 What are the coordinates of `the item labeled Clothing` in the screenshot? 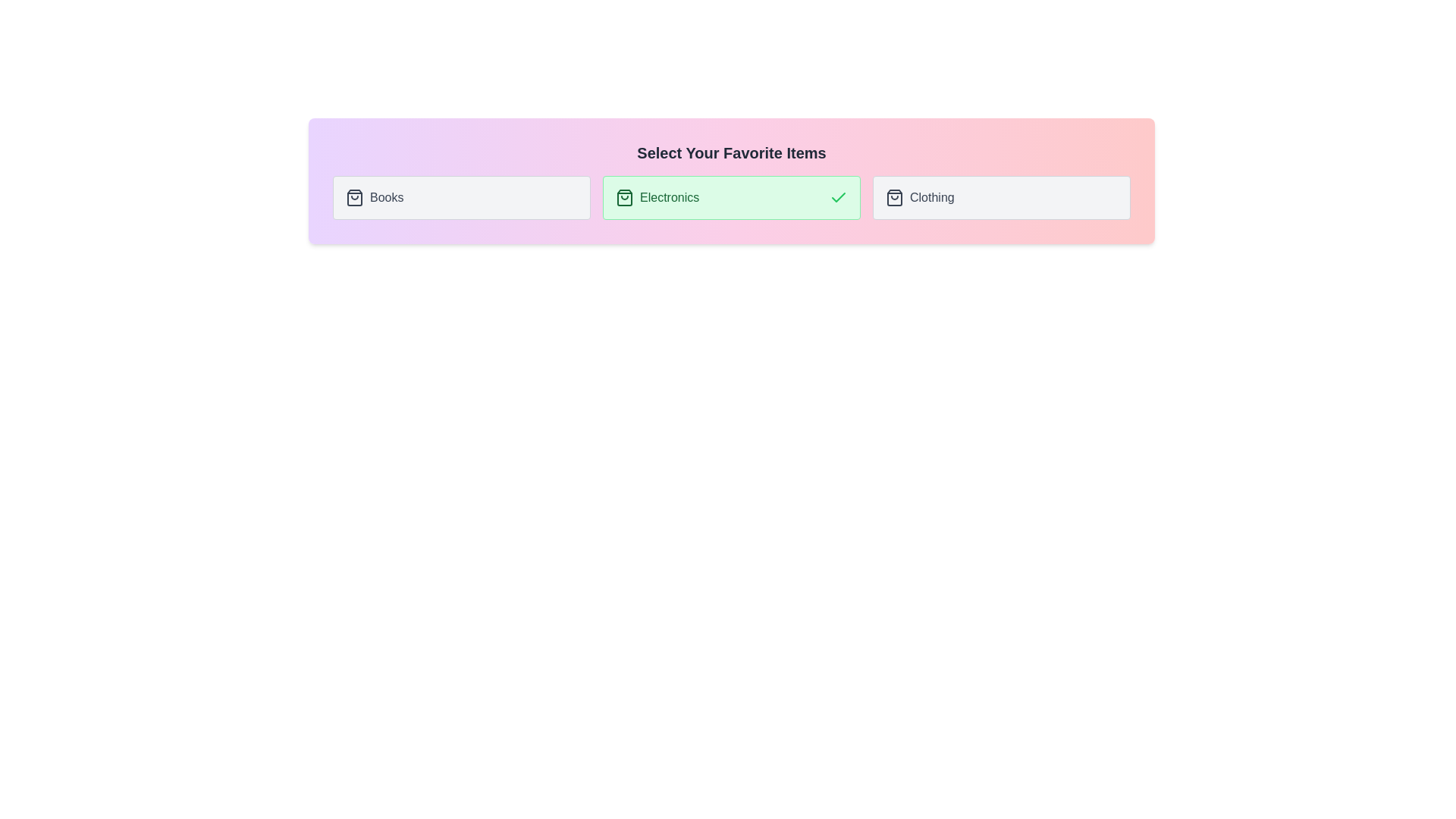 It's located at (1001, 197).